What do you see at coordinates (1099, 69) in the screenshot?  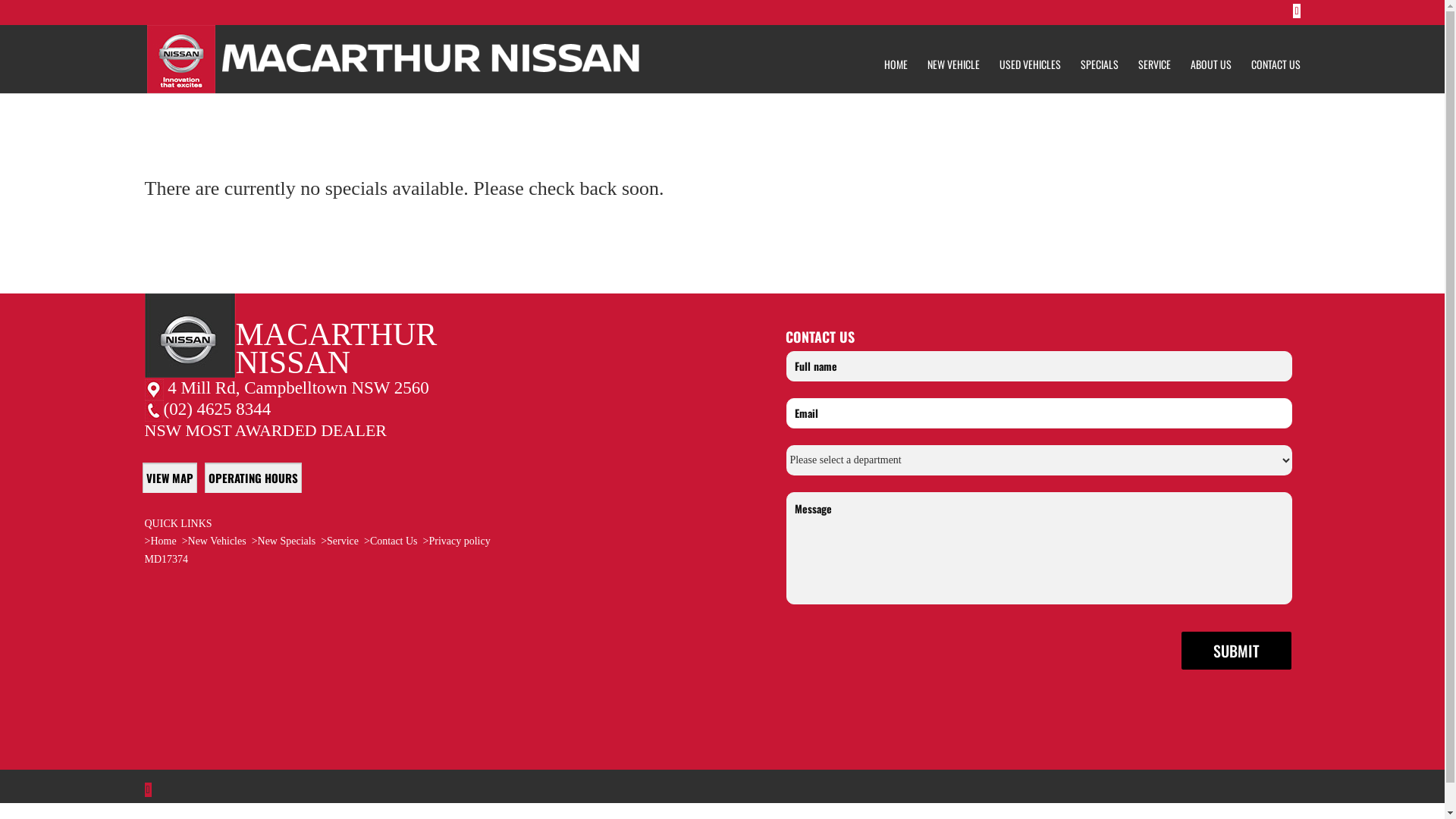 I see `'SPECIALS'` at bounding box center [1099, 69].